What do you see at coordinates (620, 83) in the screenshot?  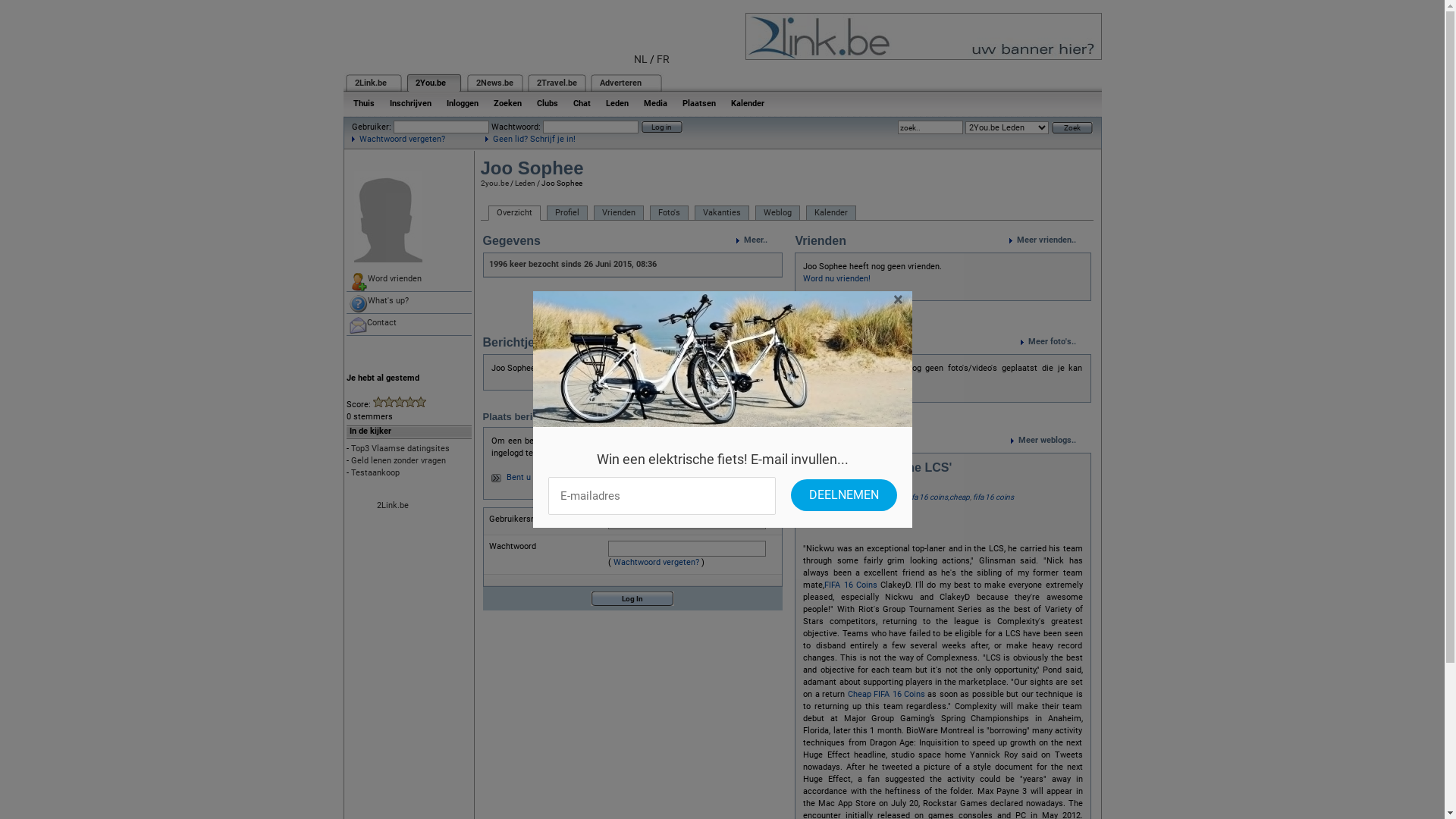 I see `'Adverteren'` at bounding box center [620, 83].